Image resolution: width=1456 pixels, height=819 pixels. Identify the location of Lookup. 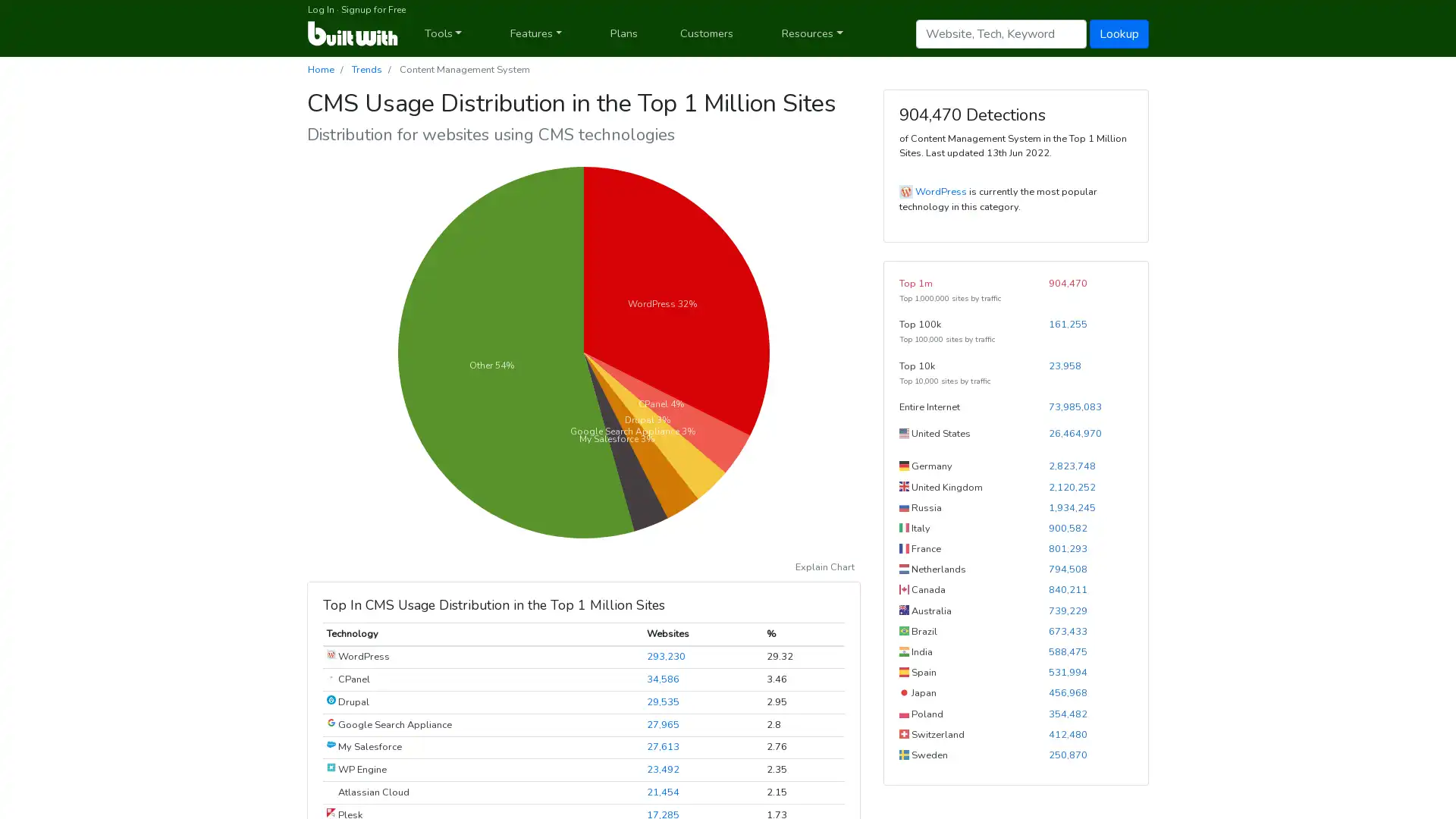
(1119, 33).